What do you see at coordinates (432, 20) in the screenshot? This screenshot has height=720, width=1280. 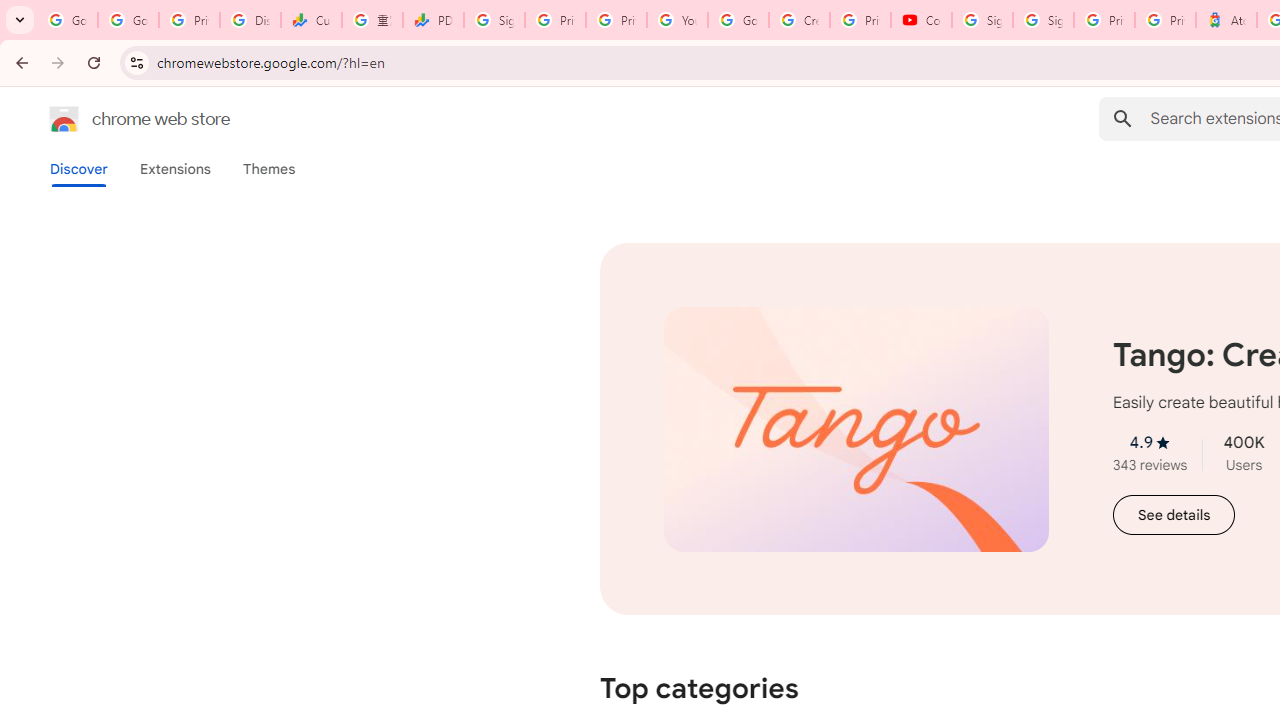 I see `'PDD Holdings Inc - ADR (PDD) Price & News - Google Finance'` at bounding box center [432, 20].